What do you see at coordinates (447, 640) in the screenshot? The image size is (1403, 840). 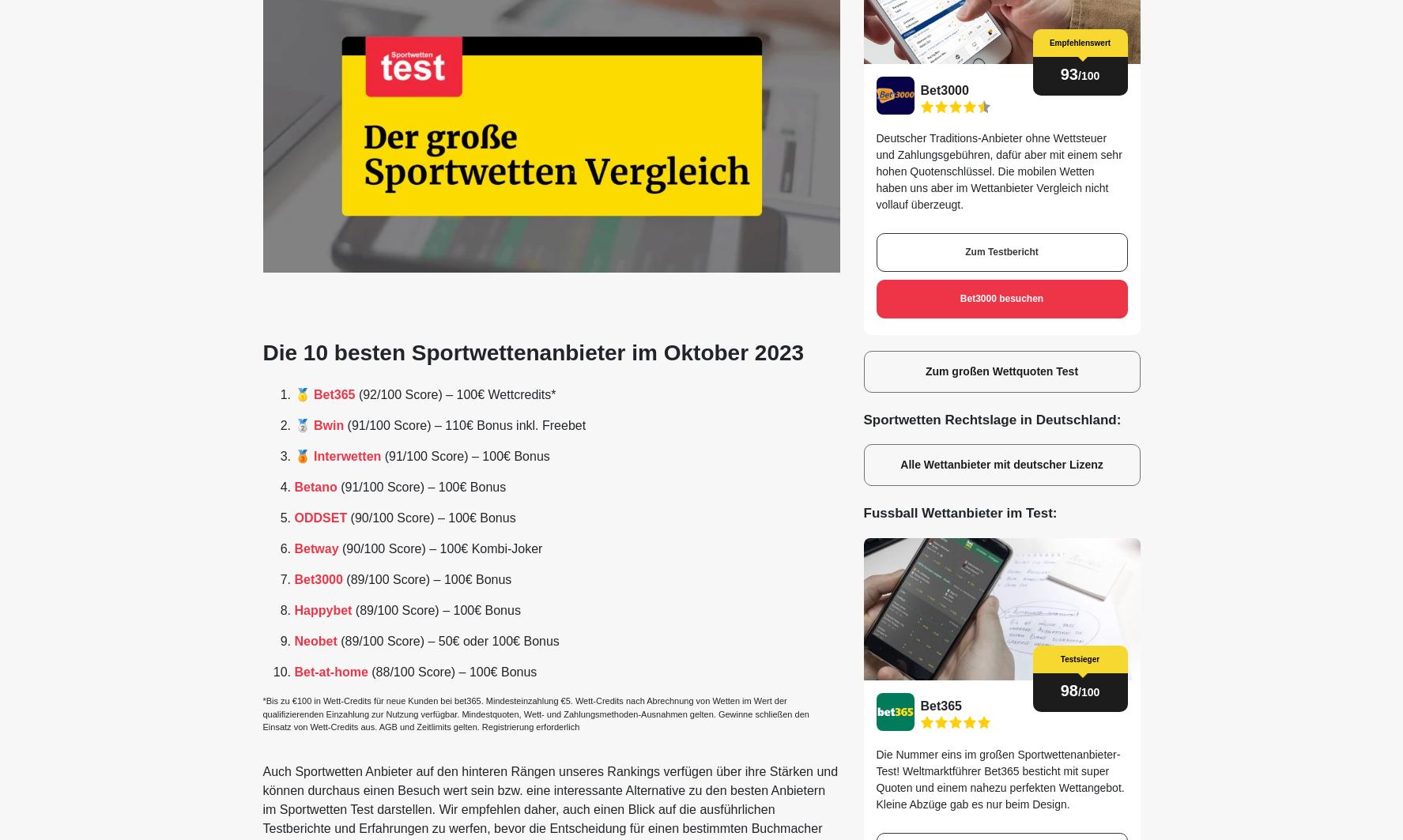 I see `'(89/100 Score) – 50€ oder 100€ Bonus'` at bounding box center [447, 640].